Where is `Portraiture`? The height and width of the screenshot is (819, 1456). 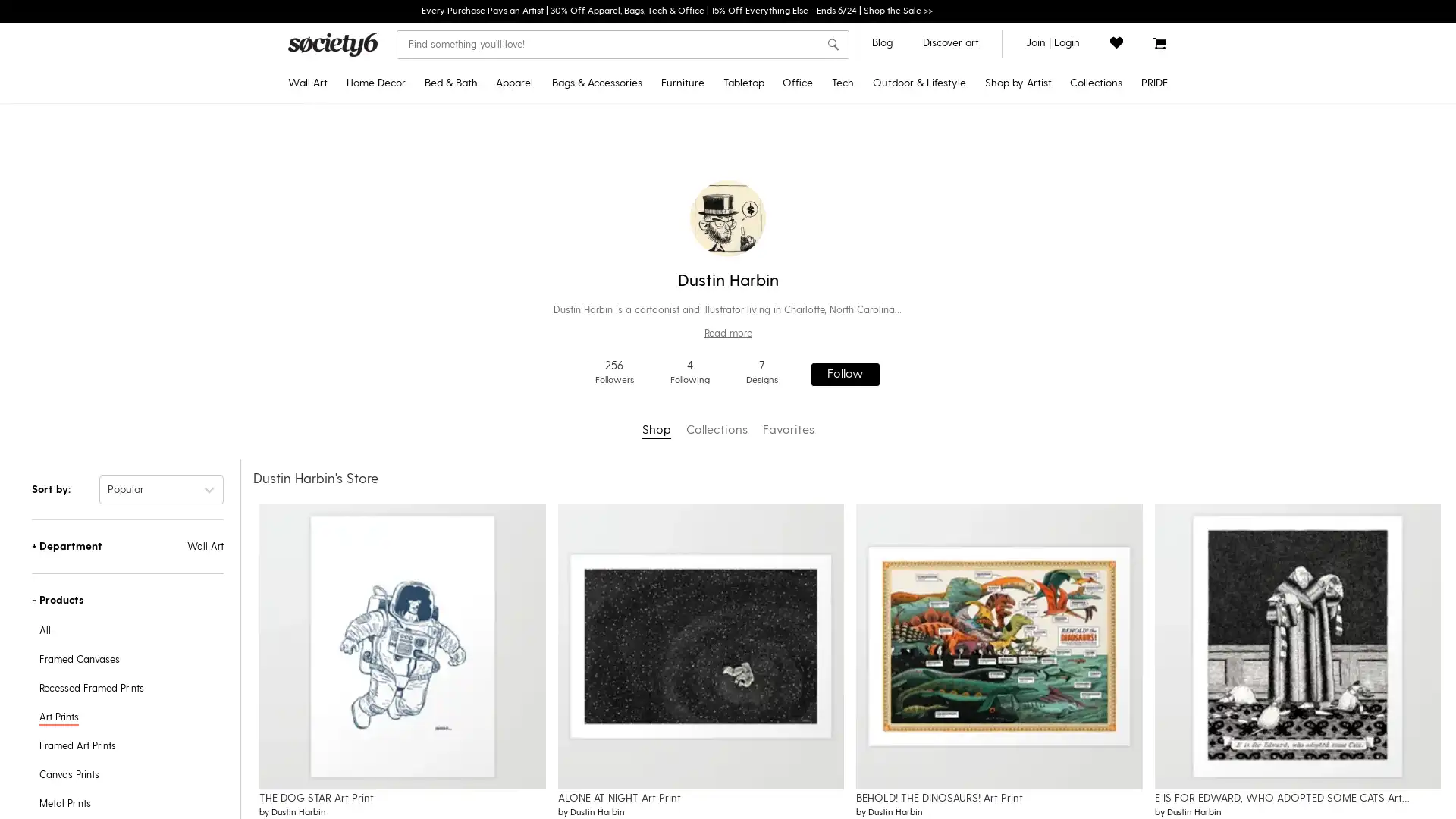
Portraiture is located at coordinates (1040, 317).